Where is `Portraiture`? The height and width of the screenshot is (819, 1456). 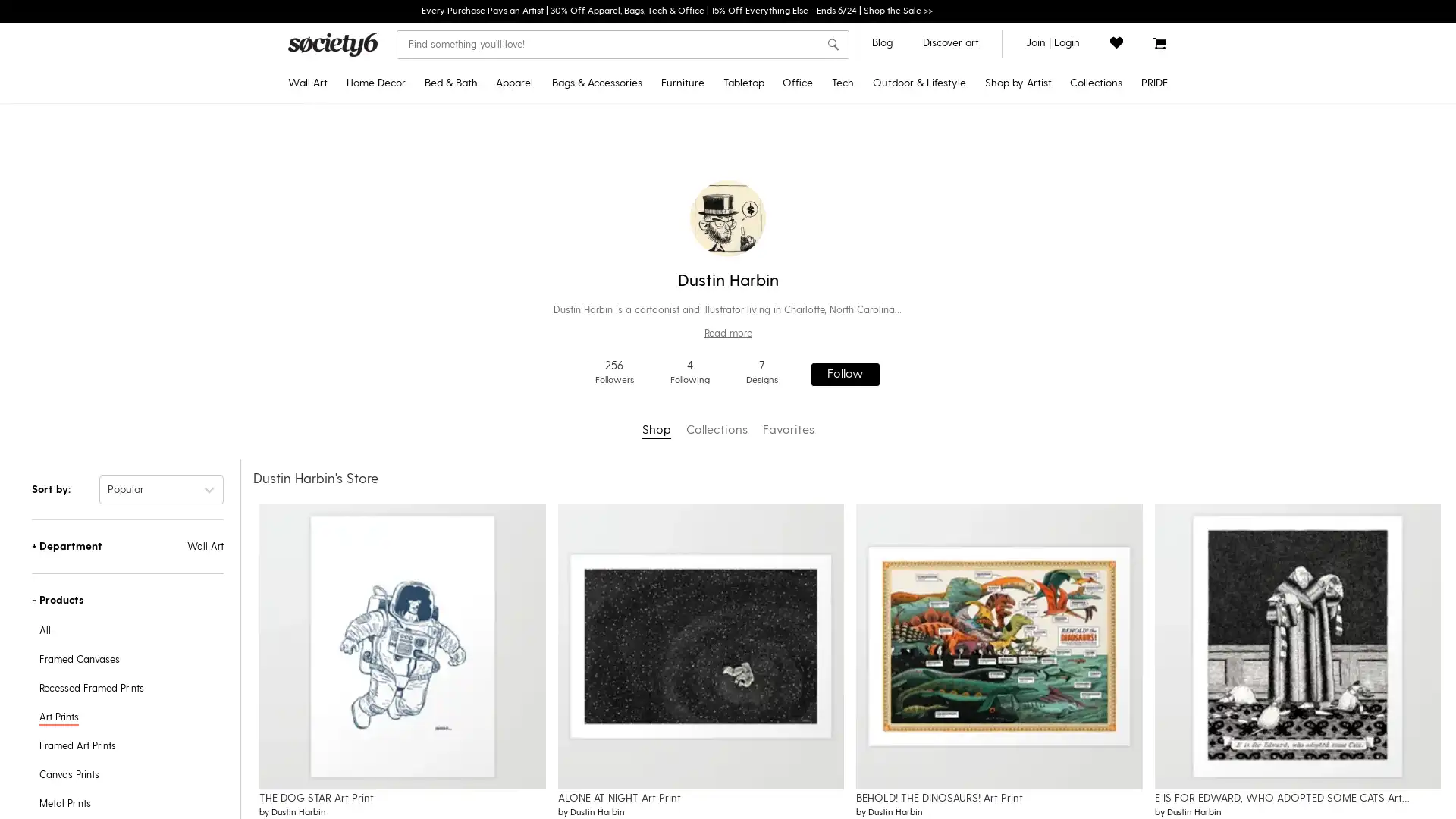
Portraiture is located at coordinates (1040, 317).